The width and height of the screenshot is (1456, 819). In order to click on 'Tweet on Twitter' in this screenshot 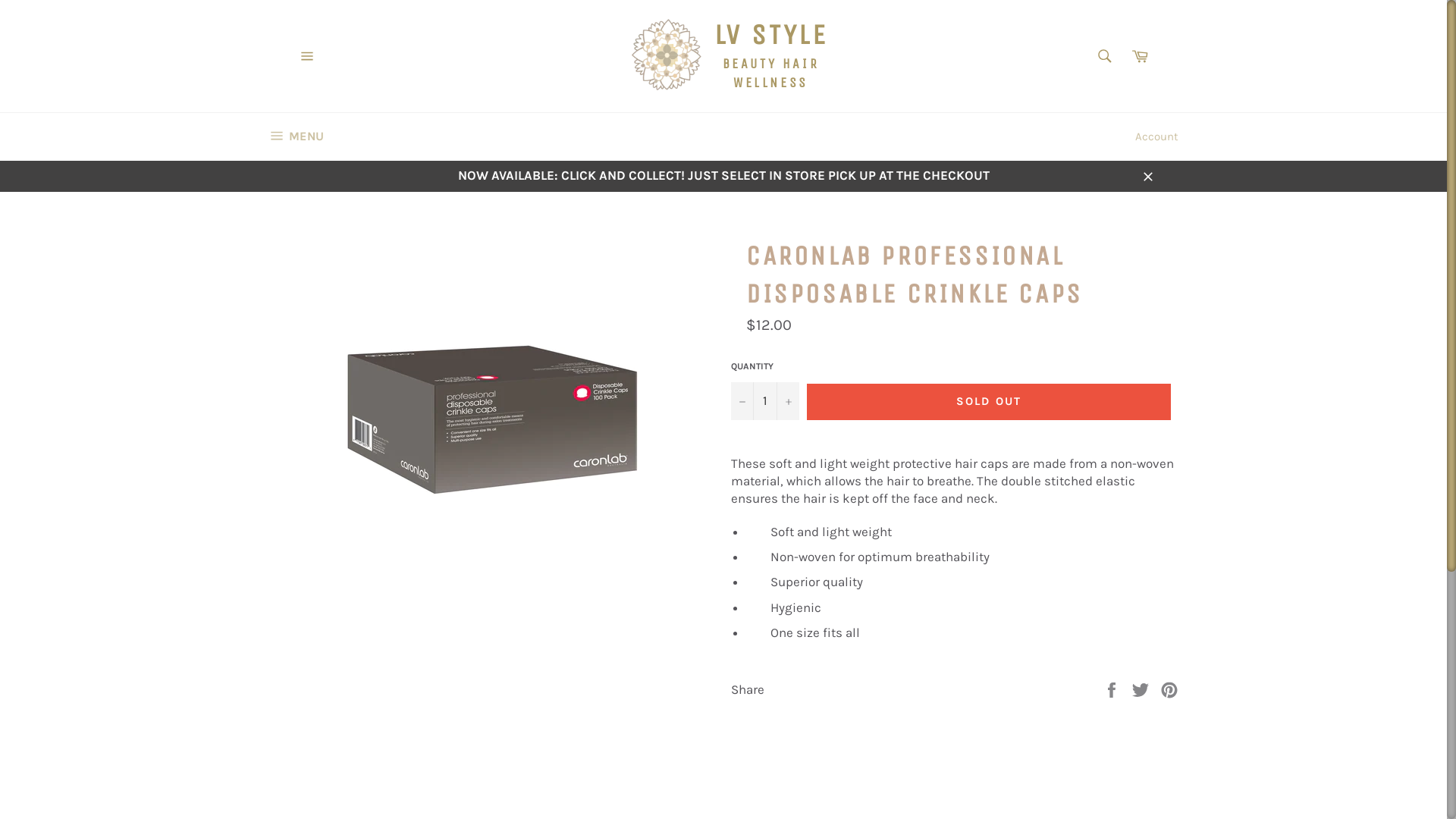, I will do `click(1142, 689)`.